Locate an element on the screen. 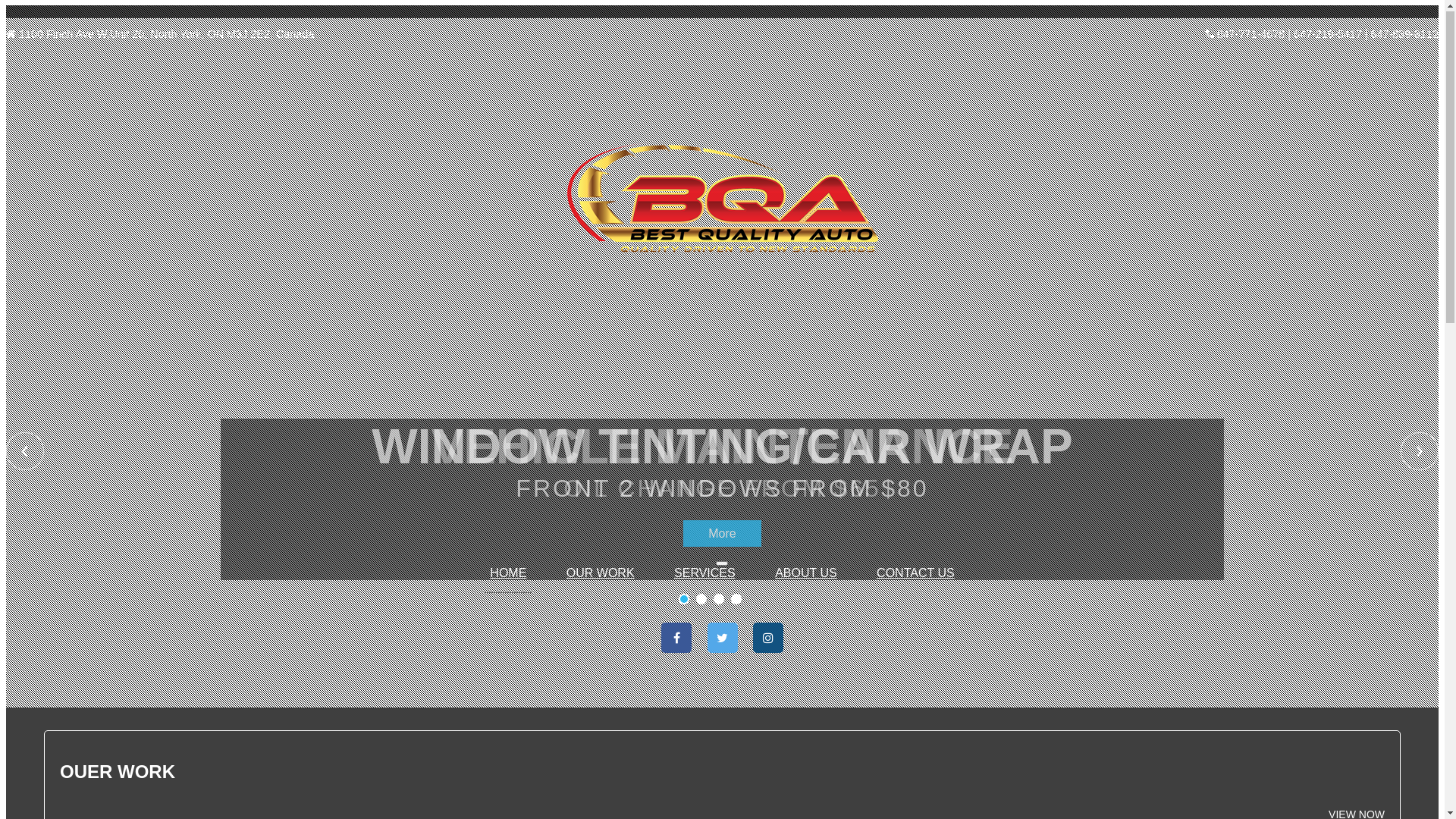  'HOME' is located at coordinates (483, 573).